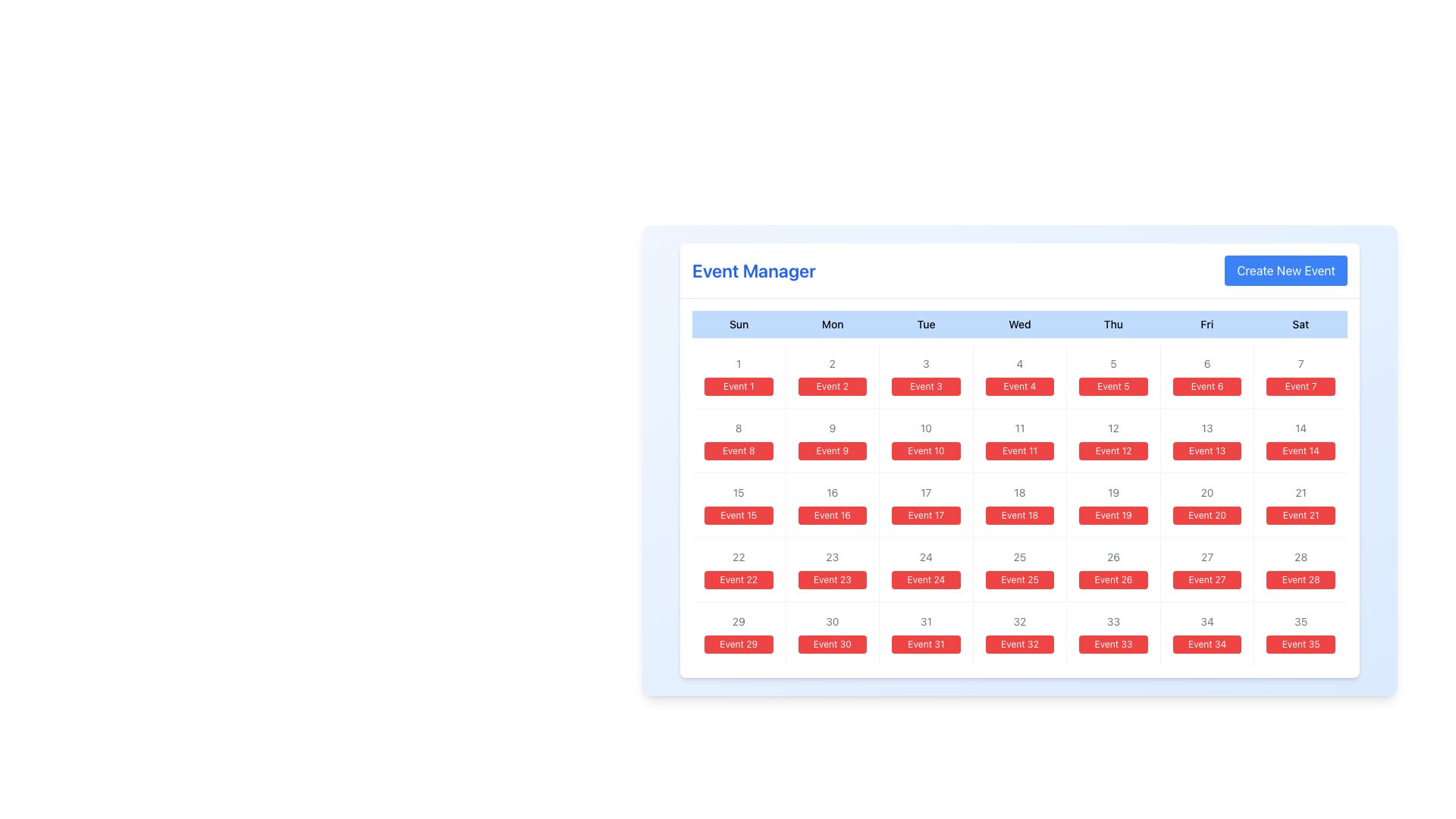 This screenshot has width=1456, height=819. Describe the element at coordinates (831, 579) in the screenshot. I see `the button located in the fifth row and fourth column of the calendar layout, which visually represents the date '23'` at that location.